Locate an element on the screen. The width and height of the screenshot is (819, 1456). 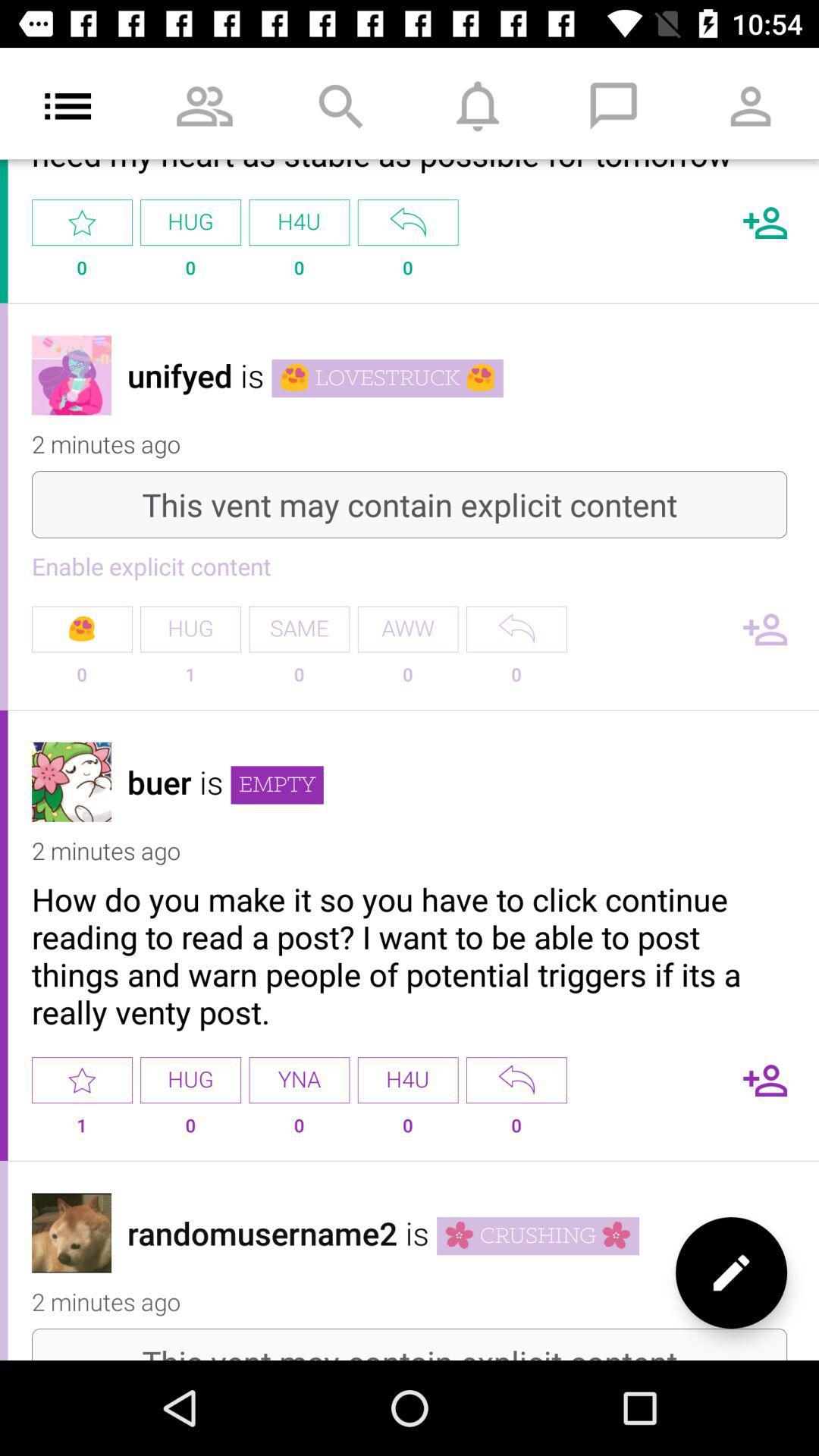
the 0 in the enable explicit content is located at coordinates (82, 679).